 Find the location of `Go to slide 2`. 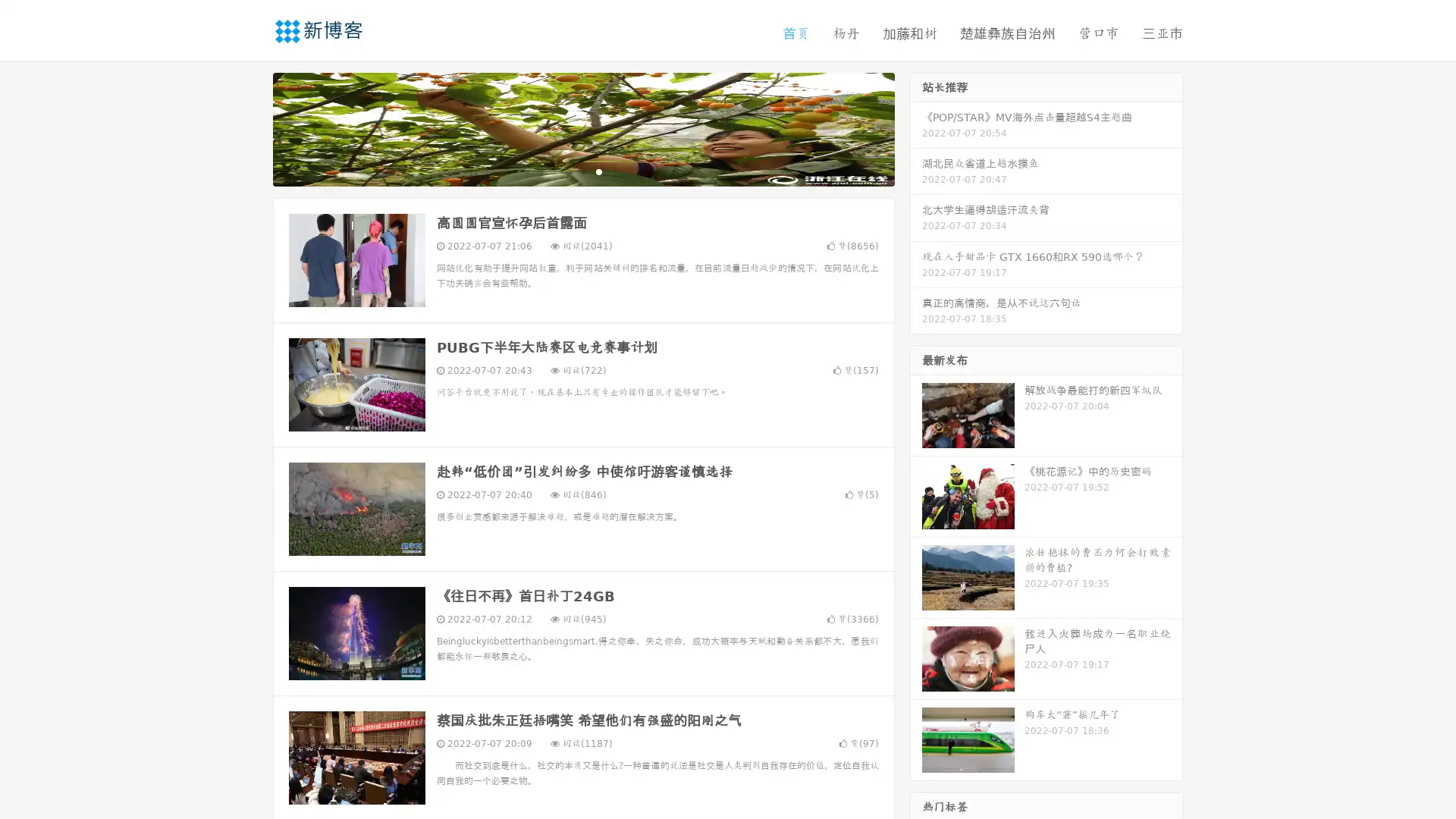

Go to slide 2 is located at coordinates (582, 171).